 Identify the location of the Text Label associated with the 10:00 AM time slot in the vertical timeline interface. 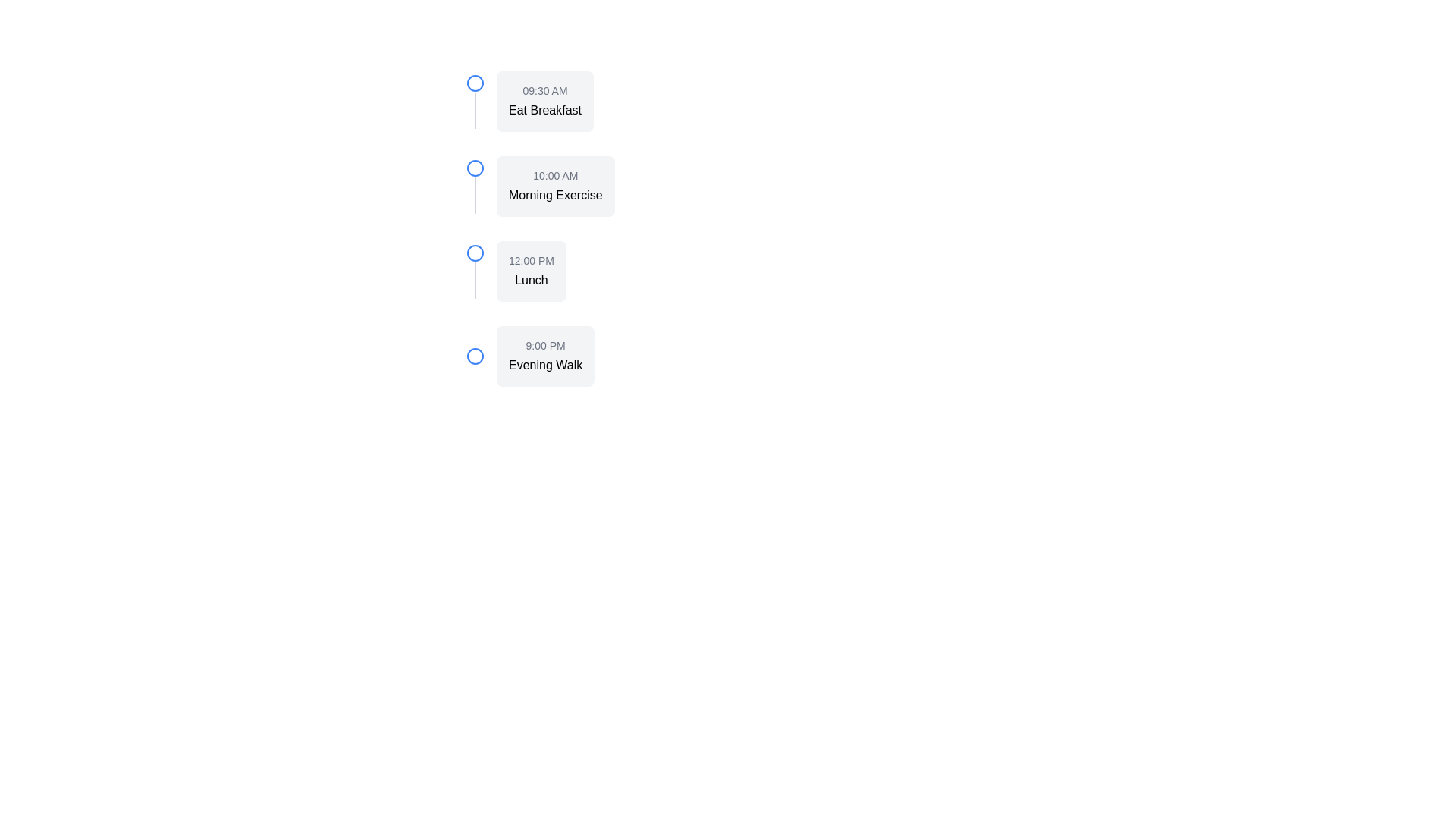
(554, 195).